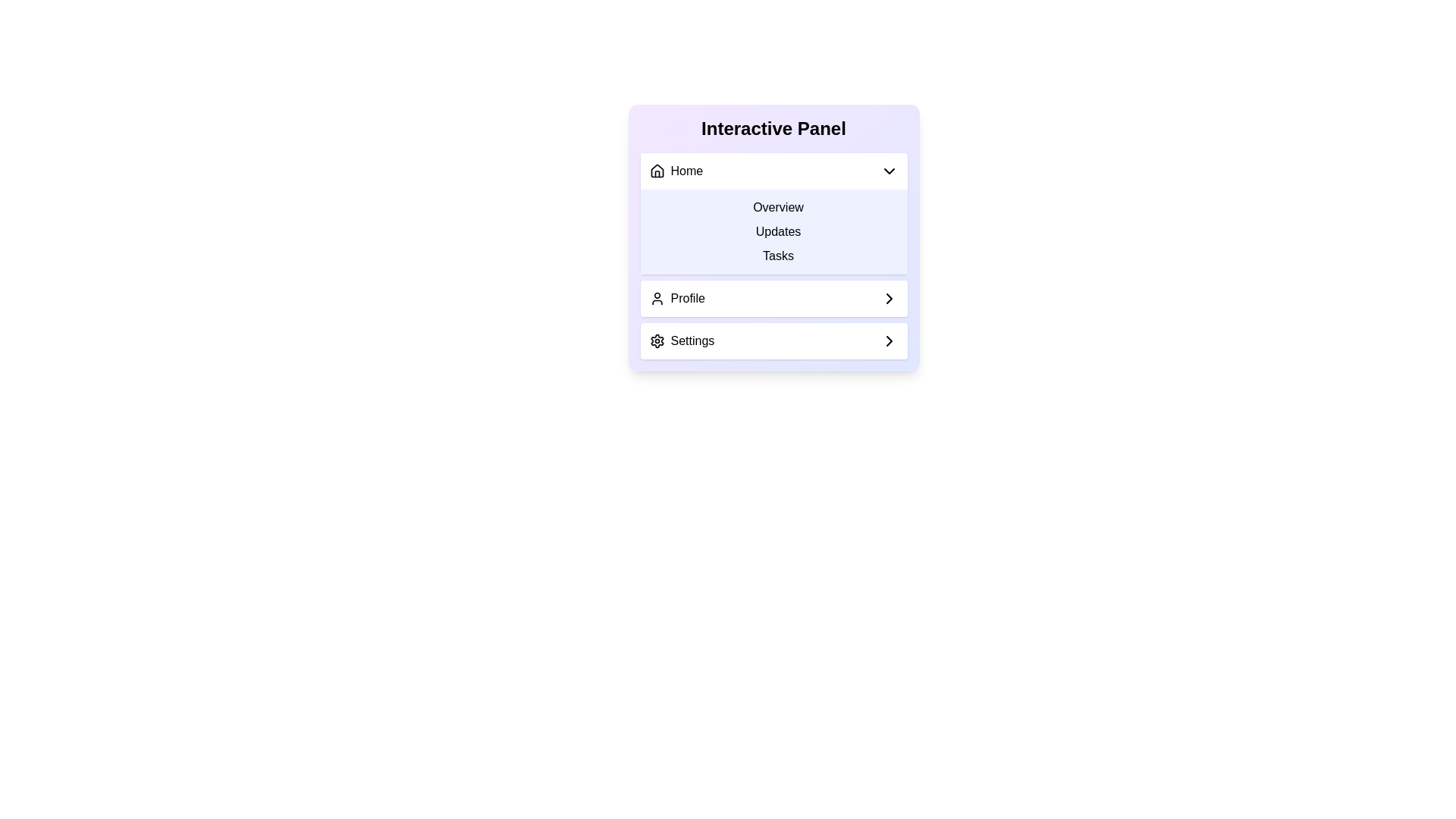  What do you see at coordinates (889, 298) in the screenshot?
I see `the right-pointing chevron SVG icon located in the 'Profile' section` at bounding box center [889, 298].